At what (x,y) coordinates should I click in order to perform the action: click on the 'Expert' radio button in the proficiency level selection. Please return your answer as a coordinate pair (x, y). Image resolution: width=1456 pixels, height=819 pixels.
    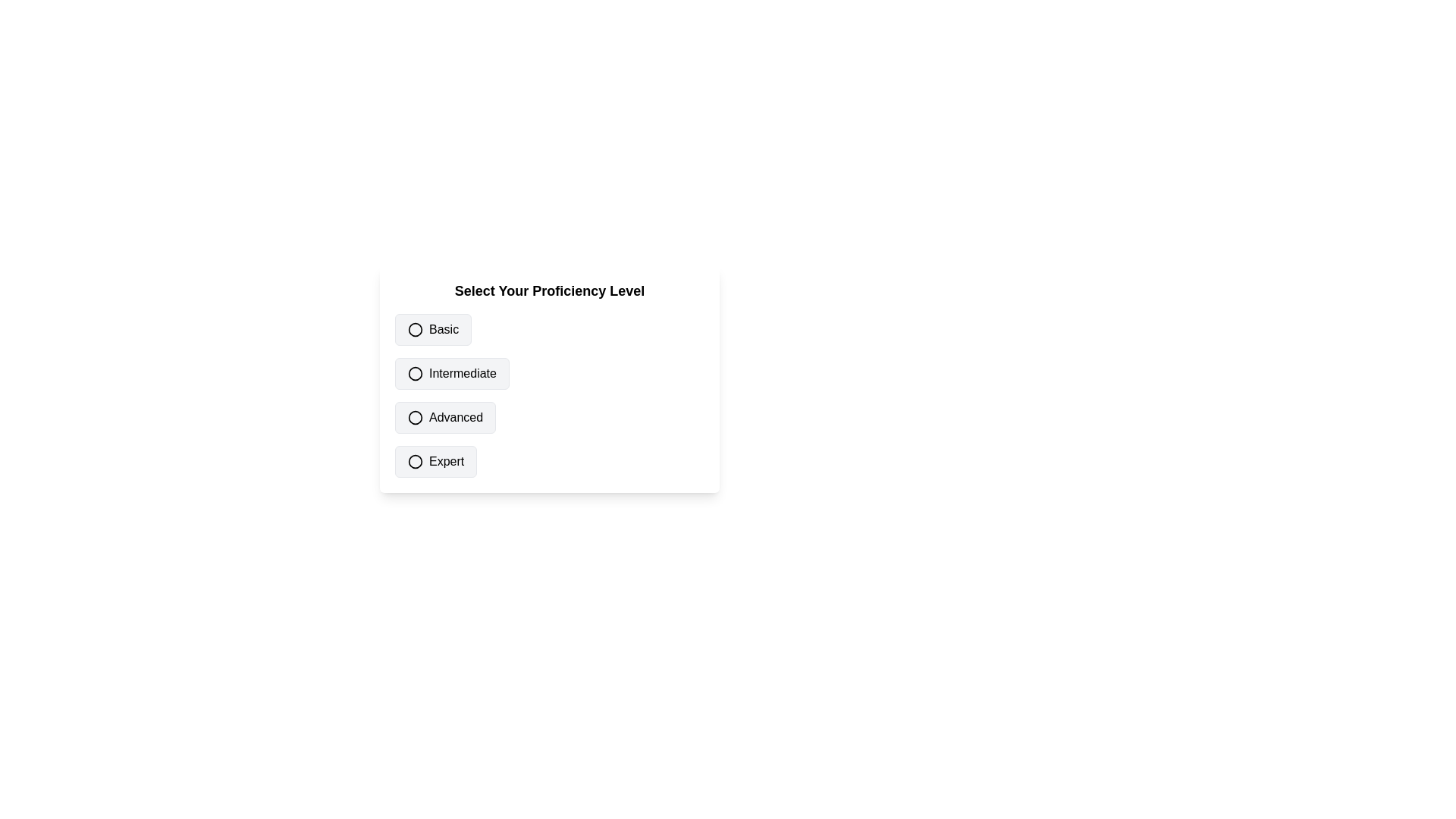
    Looking at the image, I should click on (548, 461).